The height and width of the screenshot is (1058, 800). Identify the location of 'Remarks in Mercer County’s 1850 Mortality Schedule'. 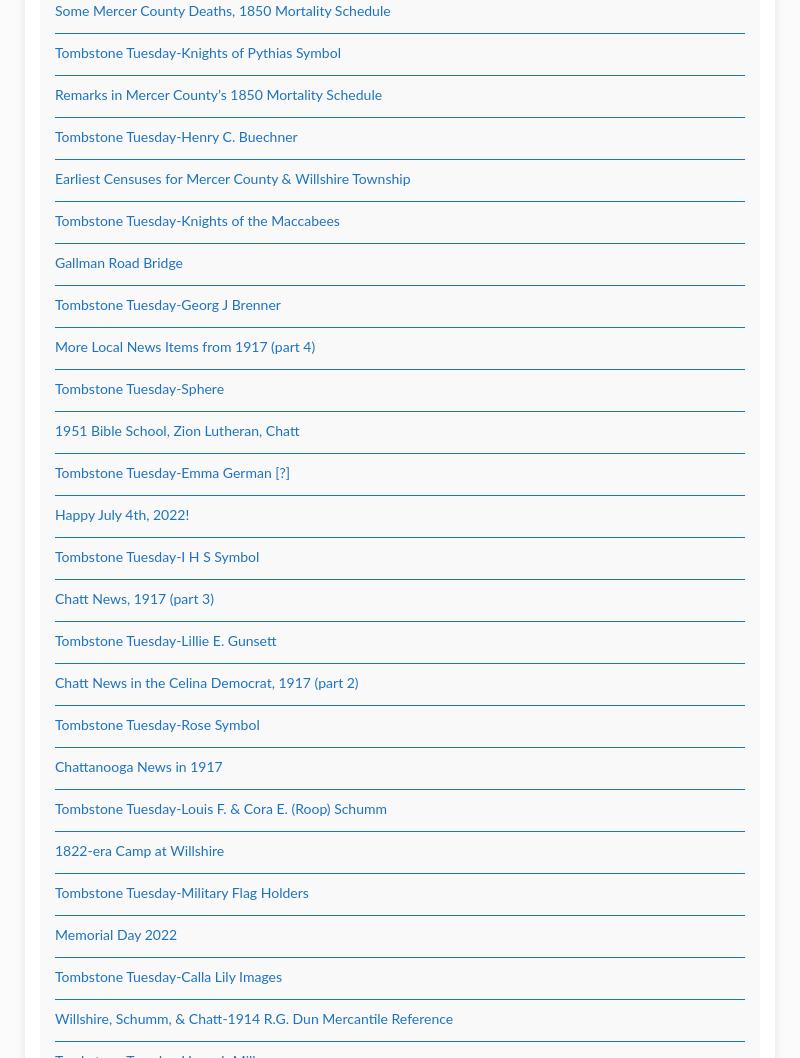
(218, 94).